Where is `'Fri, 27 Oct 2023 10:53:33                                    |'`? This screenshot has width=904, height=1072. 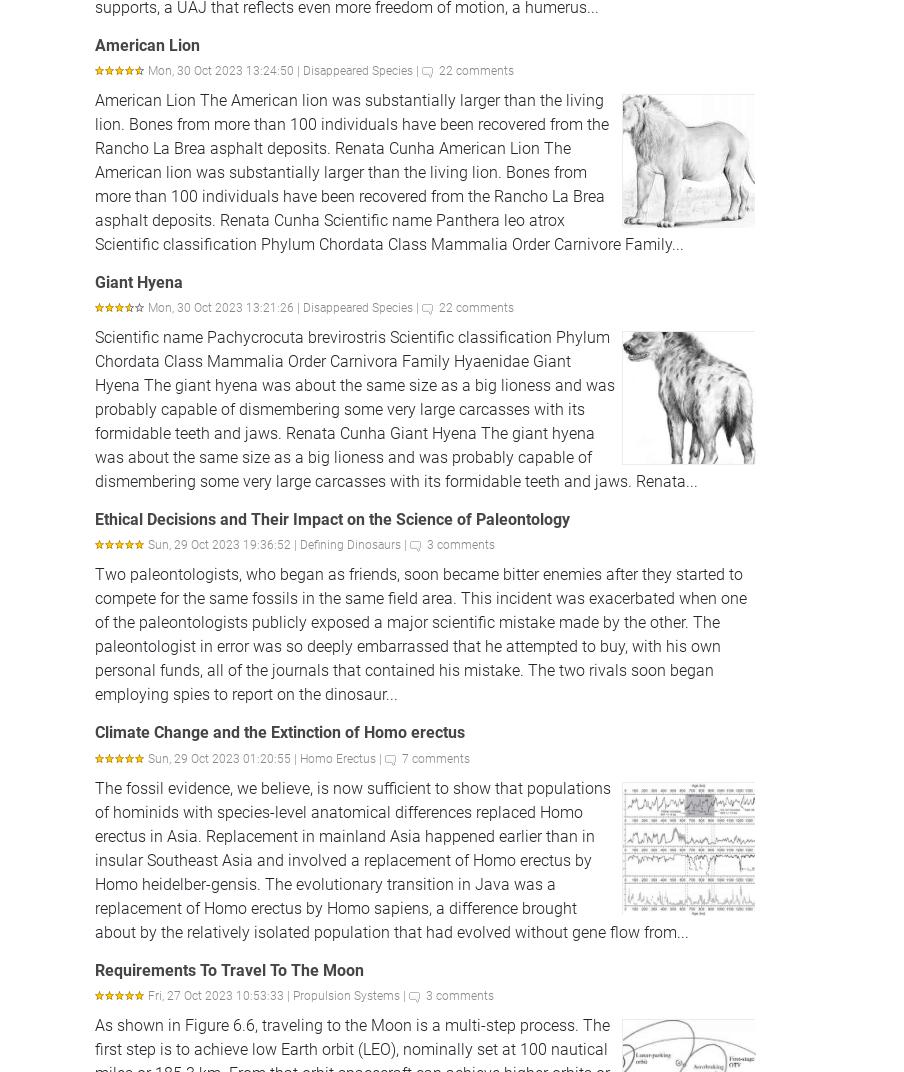 'Fri, 27 Oct 2023 10:53:33                                    |' is located at coordinates (220, 994).